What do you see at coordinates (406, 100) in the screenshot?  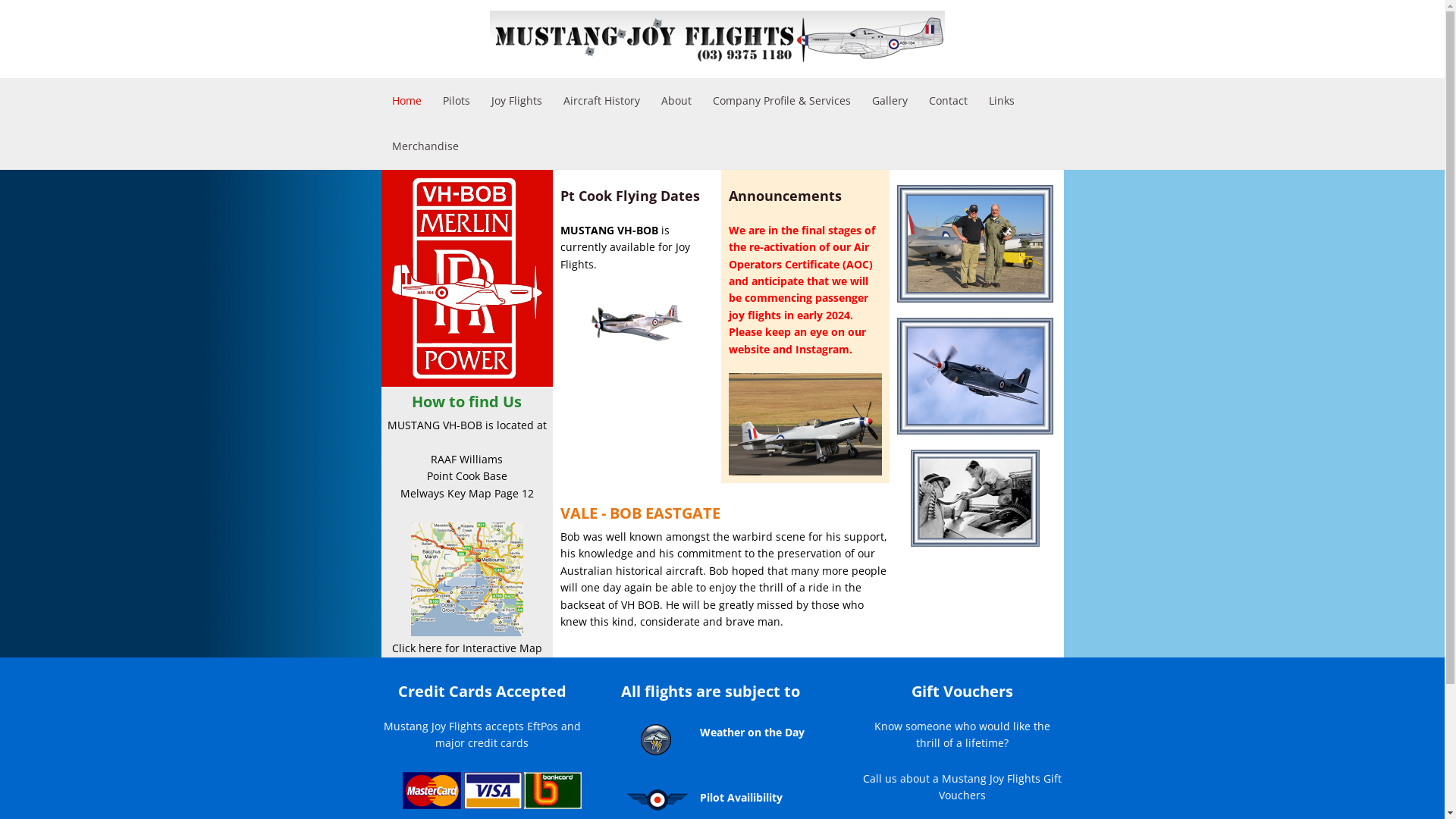 I see `'Home'` at bounding box center [406, 100].